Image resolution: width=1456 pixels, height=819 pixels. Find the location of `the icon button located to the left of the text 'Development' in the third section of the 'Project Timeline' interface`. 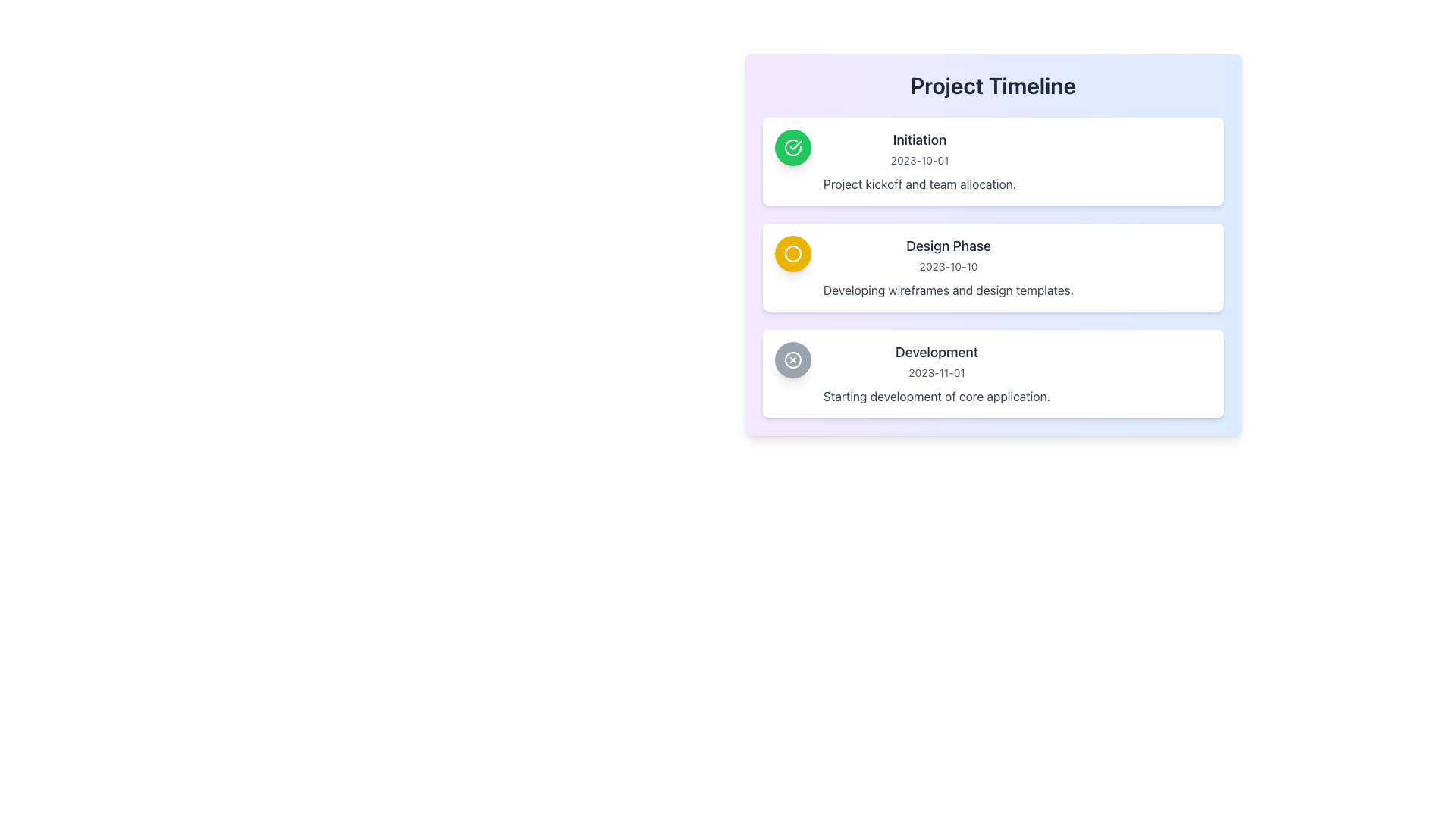

the icon button located to the left of the text 'Development' in the third section of the 'Project Timeline' interface is located at coordinates (792, 359).